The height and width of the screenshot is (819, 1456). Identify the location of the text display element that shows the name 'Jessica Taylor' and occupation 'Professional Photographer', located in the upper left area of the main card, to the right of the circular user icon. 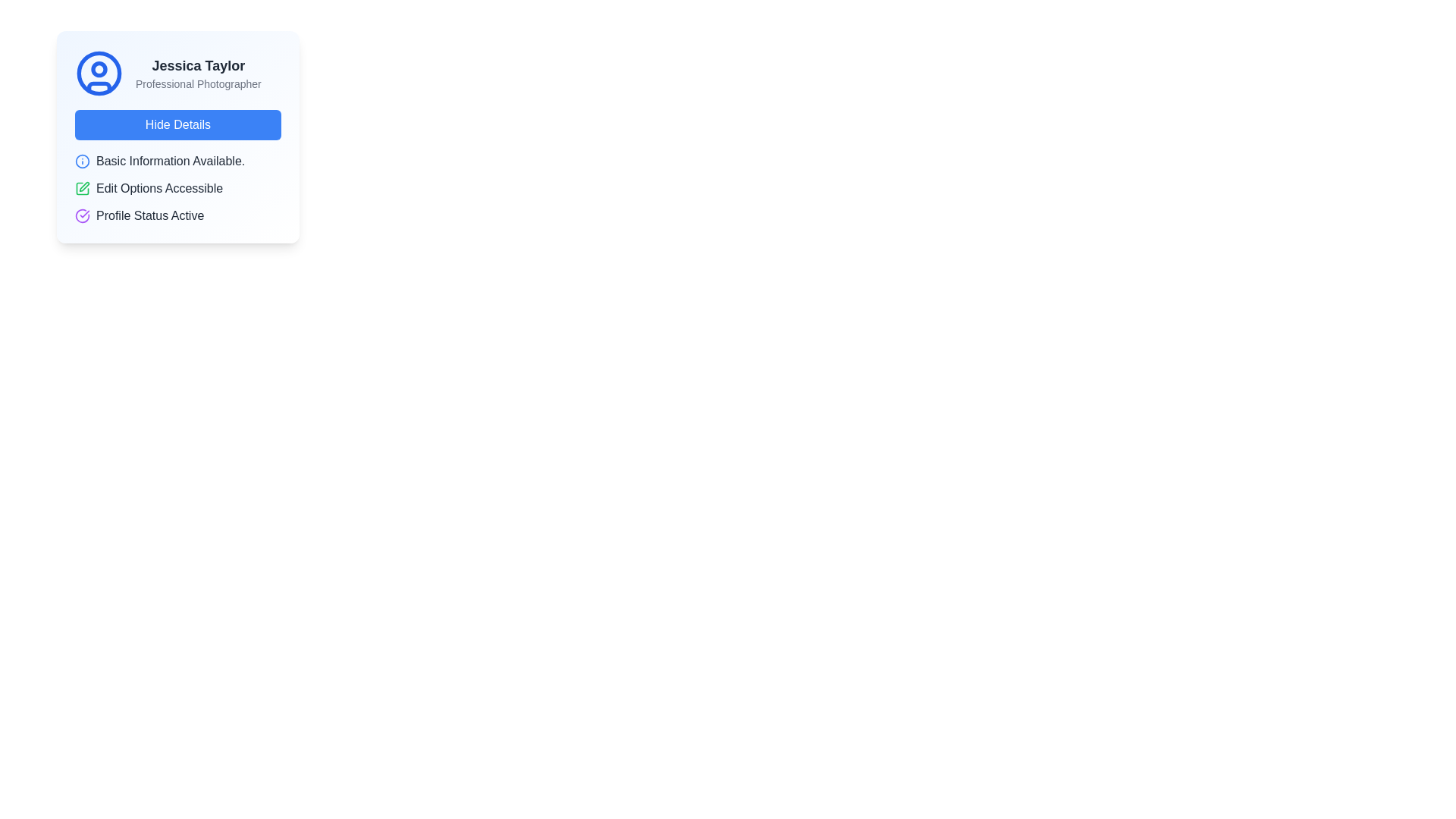
(197, 73).